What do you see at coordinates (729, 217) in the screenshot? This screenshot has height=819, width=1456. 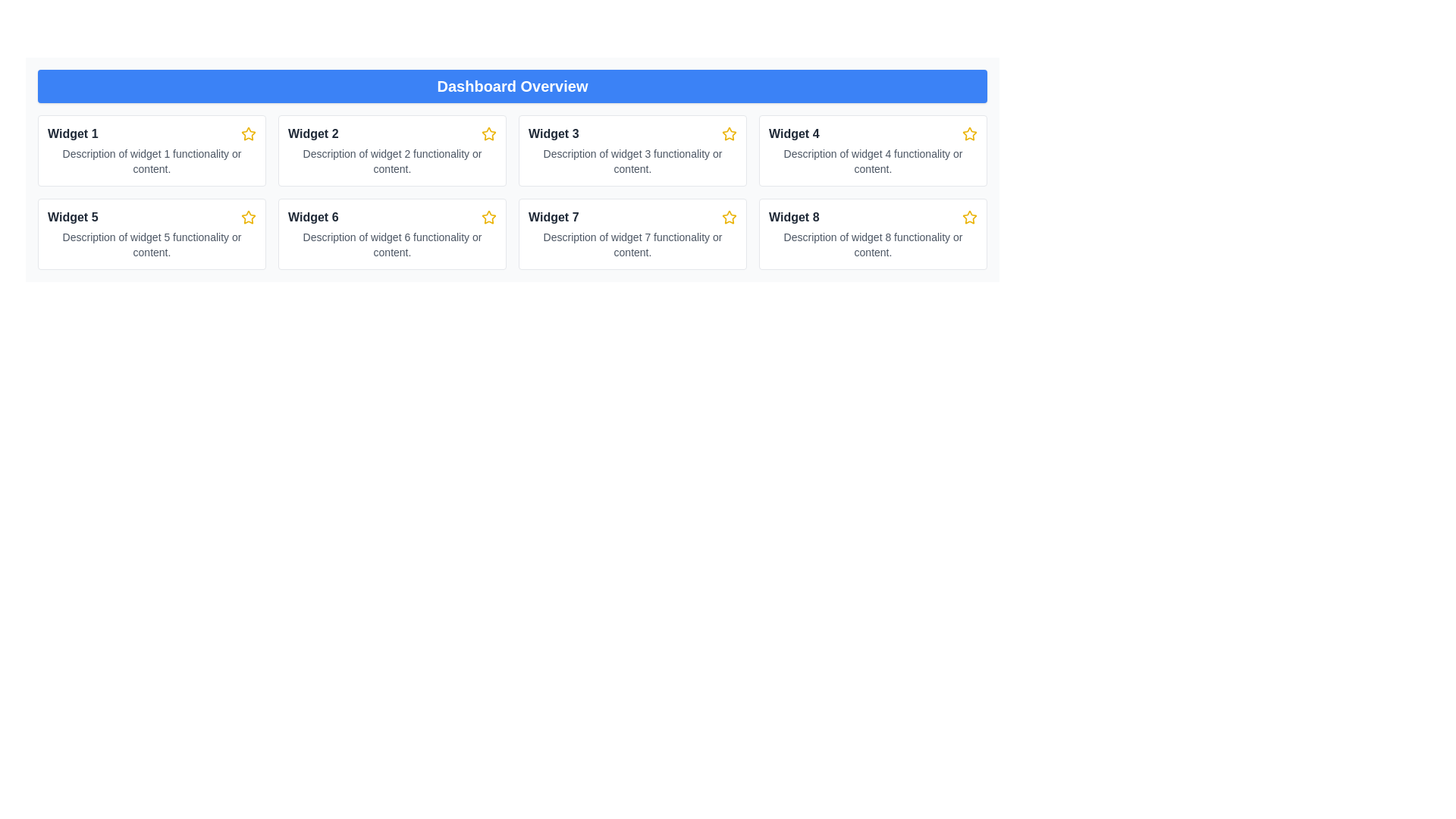 I see `the star icon with a yellow outline and white interior located in the top-right corner of the 'Widget 7' card in the grid layout` at bounding box center [729, 217].